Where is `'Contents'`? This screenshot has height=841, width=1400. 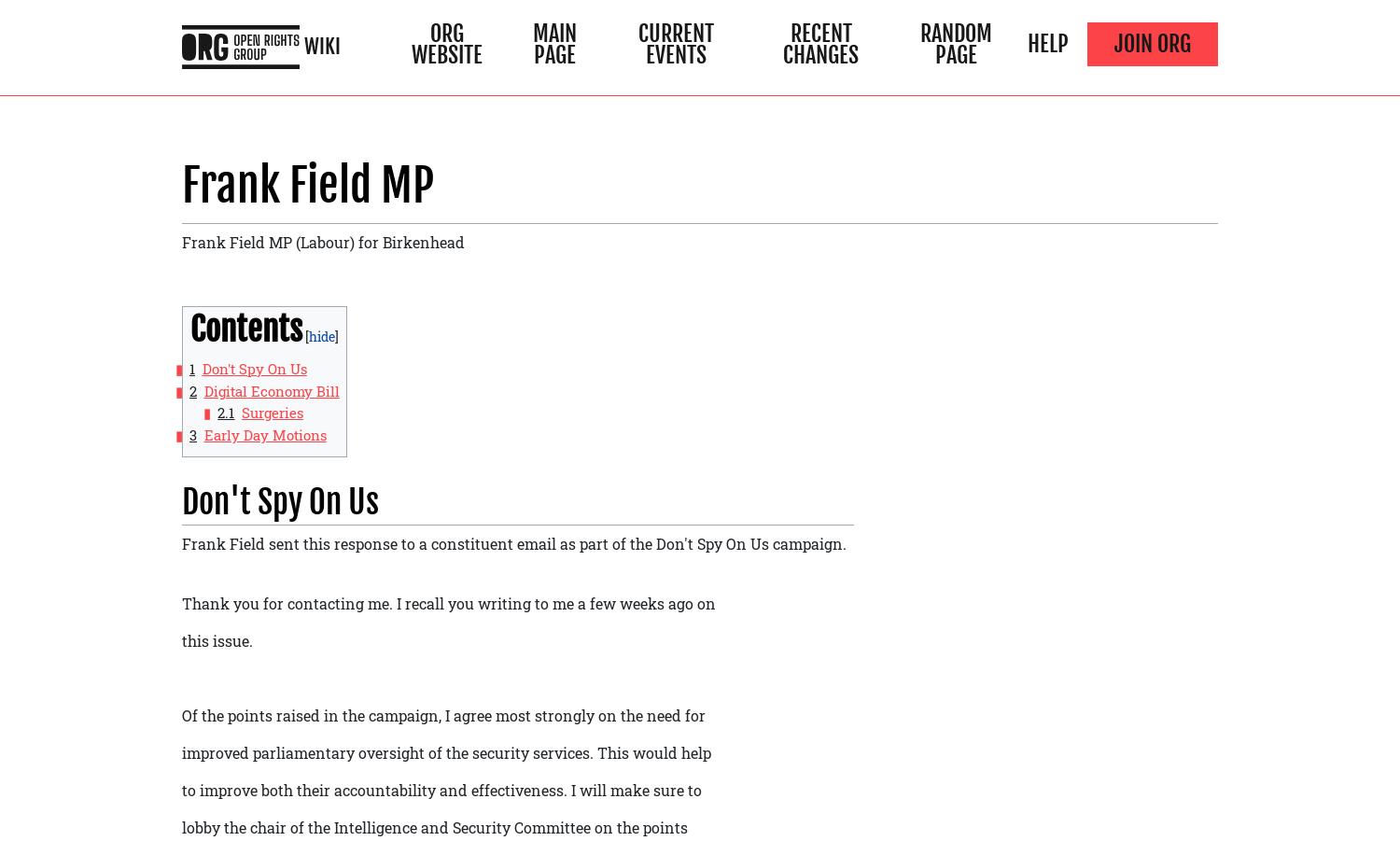 'Contents' is located at coordinates (188, 329).